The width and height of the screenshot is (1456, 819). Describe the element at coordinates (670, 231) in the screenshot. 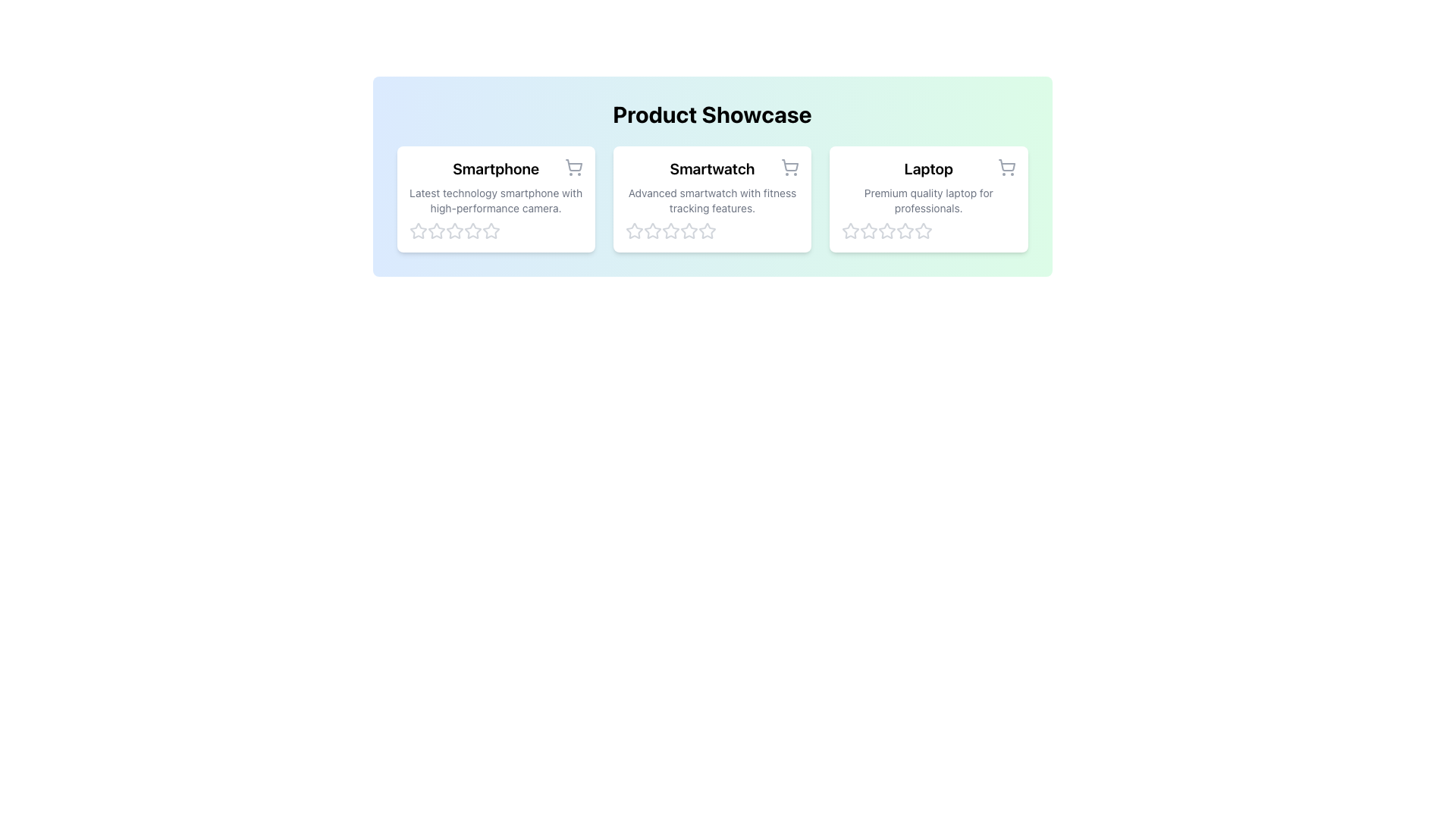

I see `the third star icon in the five-star rating system for the 'Smartwatch' product, which allows the user to select a 3-star rating` at that location.